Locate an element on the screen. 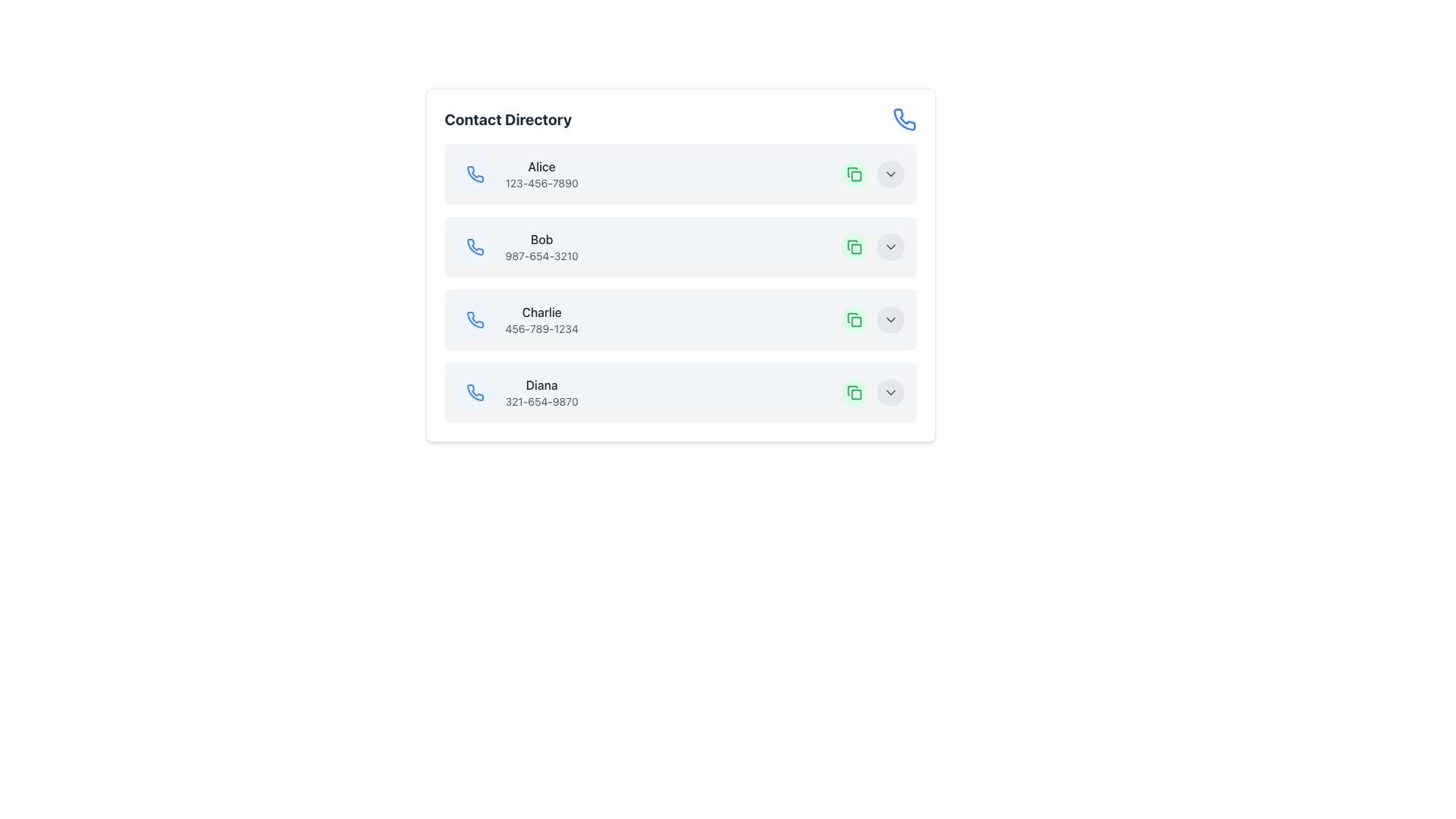 This screenshot has height=819, width=1456. the grey circular button with a down-facing chevron is located at coordinates (872, 246).